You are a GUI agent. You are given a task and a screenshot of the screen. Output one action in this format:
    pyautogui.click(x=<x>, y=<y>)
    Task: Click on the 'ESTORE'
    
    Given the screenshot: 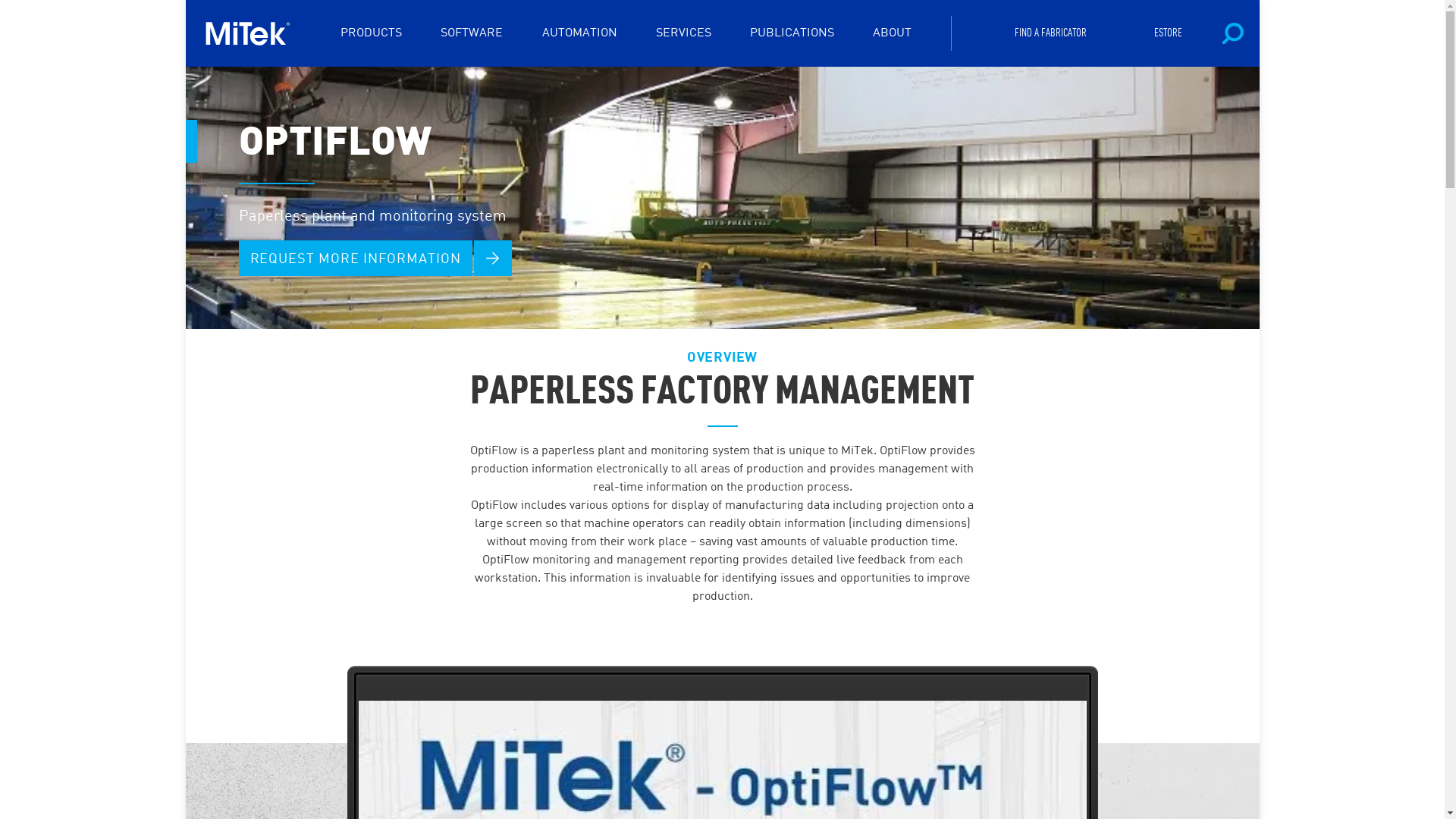 What is the action you would take?
    pyautogui.click(x=1167, y=33)
    